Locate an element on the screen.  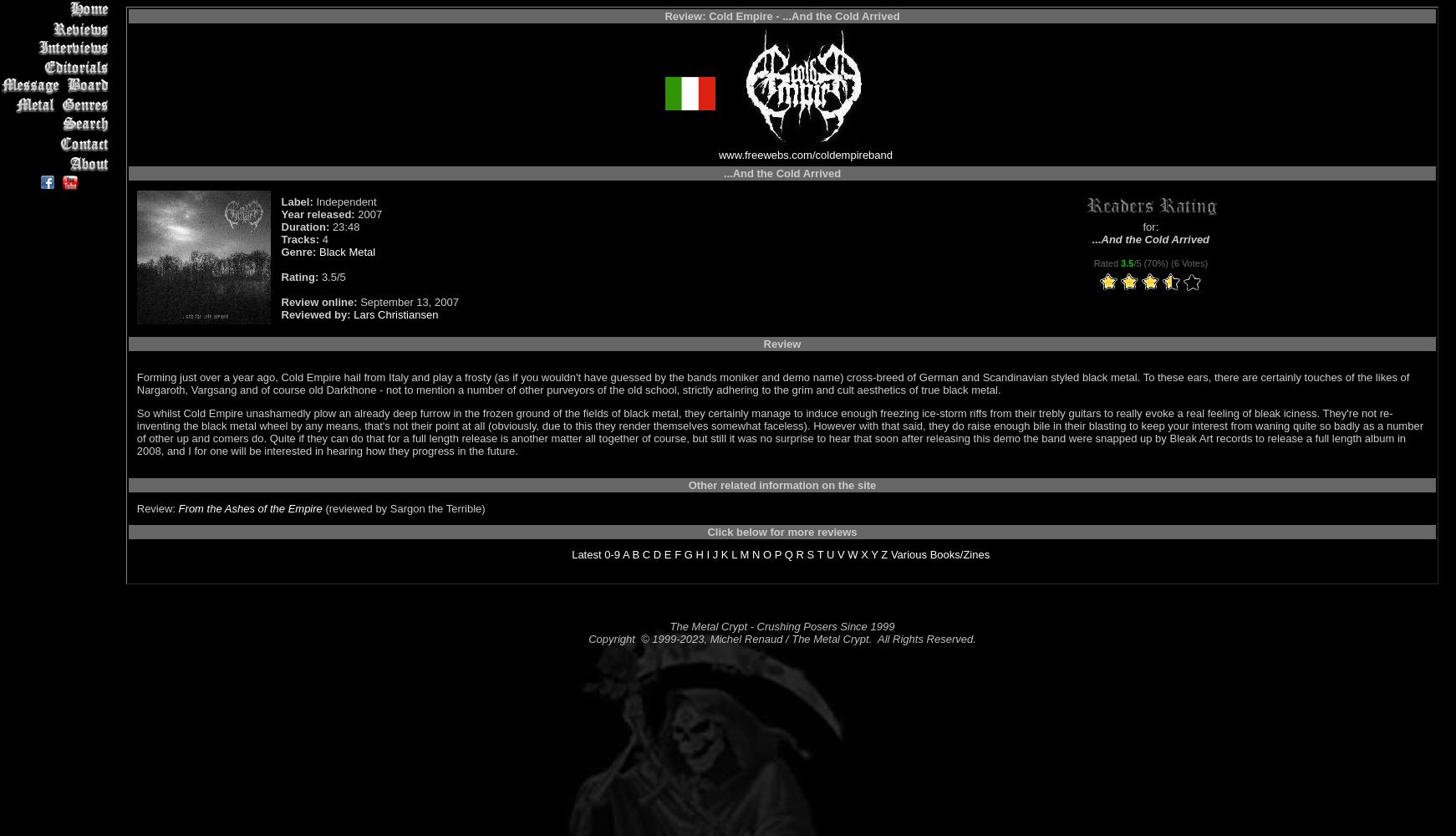
'G' is located at coordinates (687, 554).